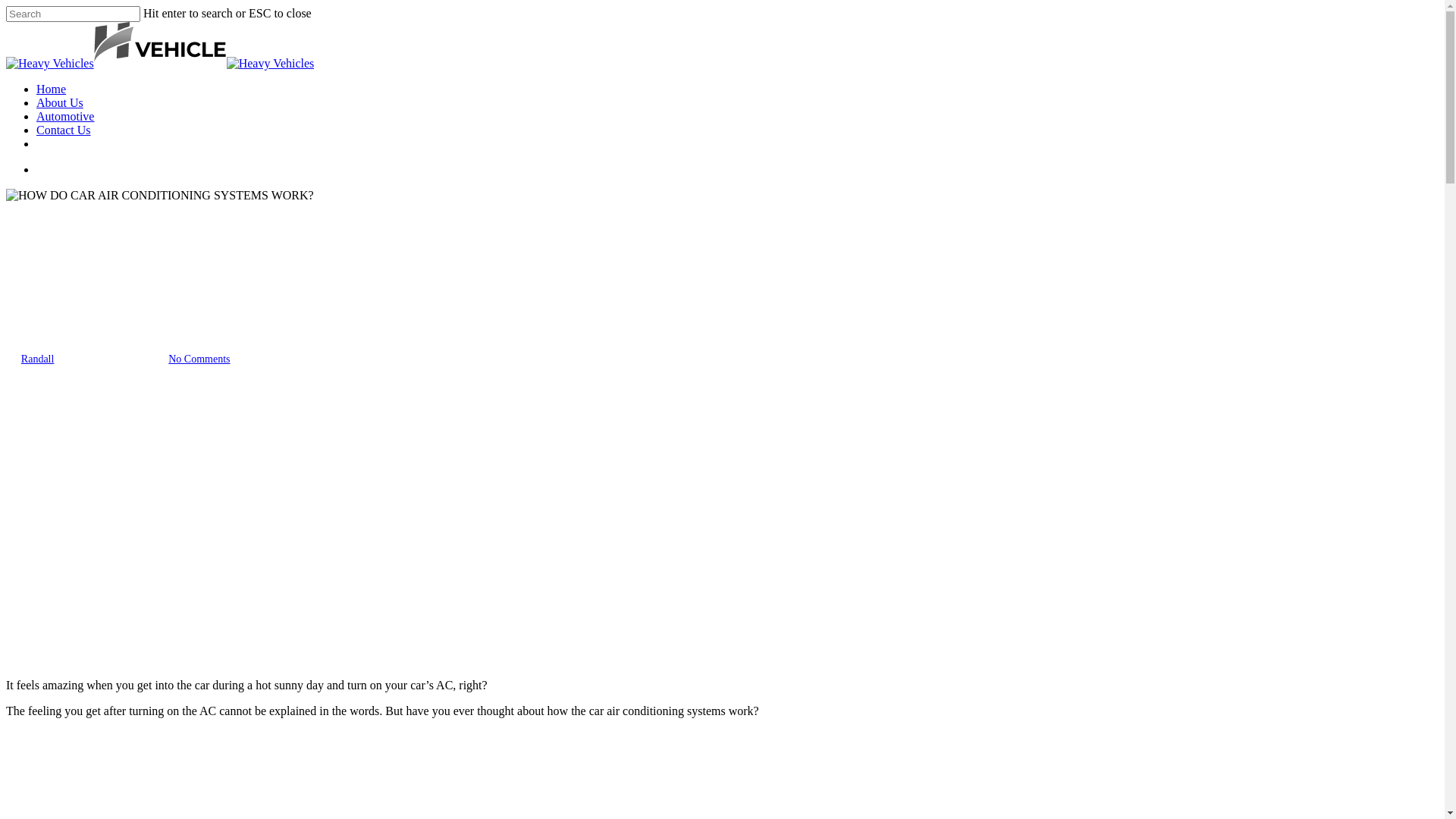 The image size is (1456, 819). I want to click on 'About Us', so click(59, 102).